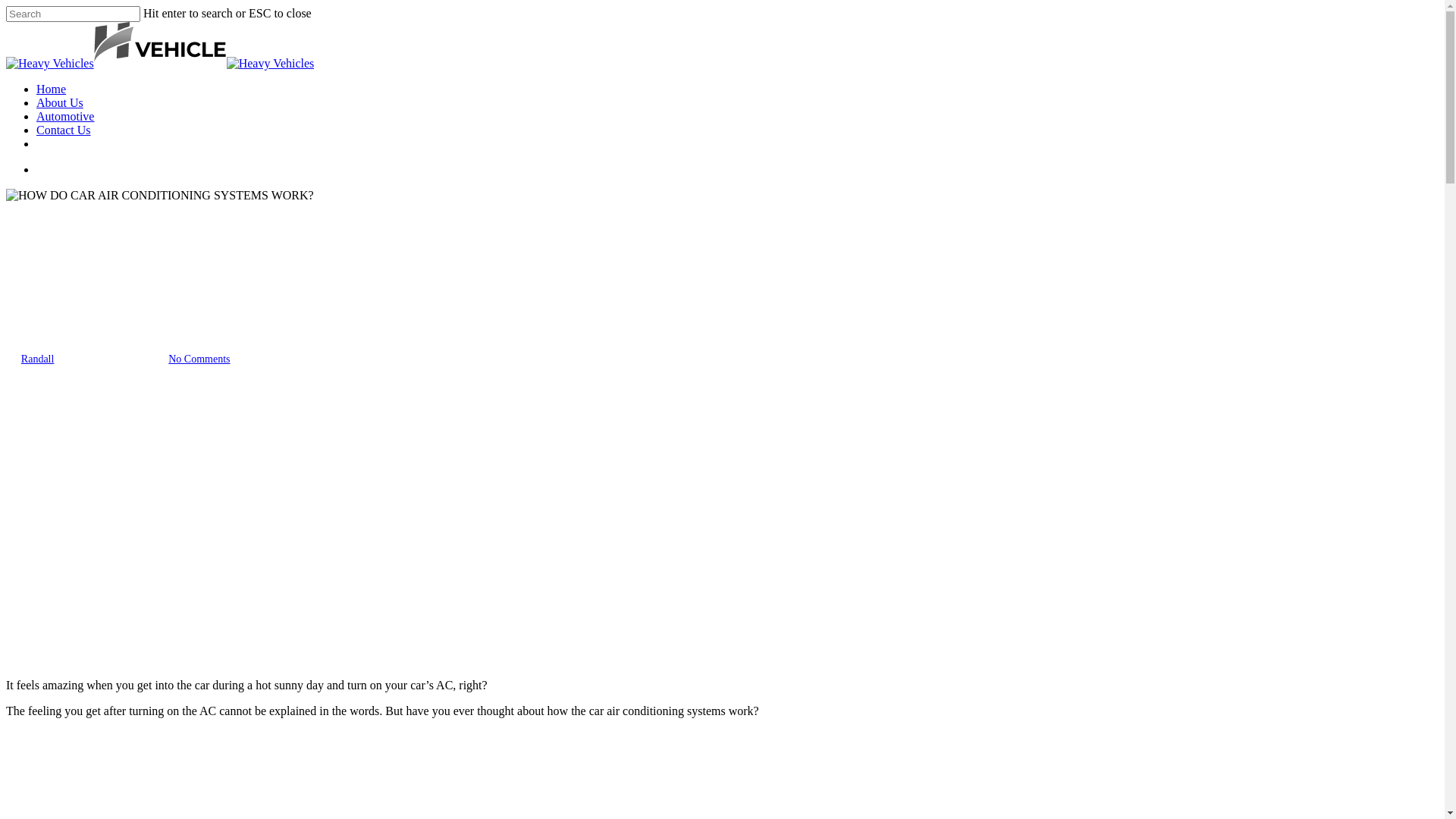 The image size is (1456, 819). I want to click on 'About Us', so click(59, 102).